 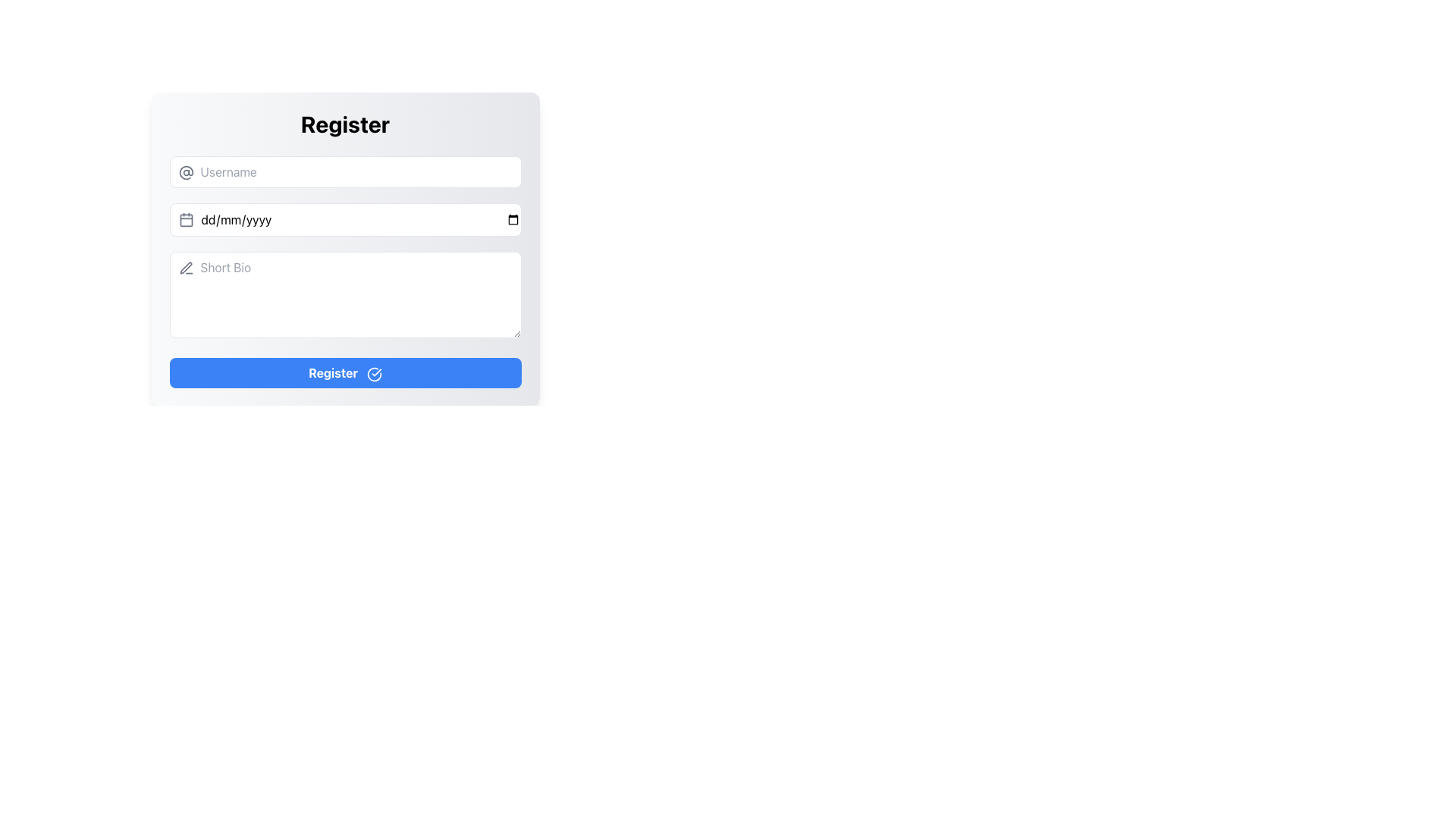 What do you see at coordinates (185, 220) in the screenshot?
I see `the calendar icon located to the left of the 'dd/mm/yyyy' input field` at bounding box center [185, 220].